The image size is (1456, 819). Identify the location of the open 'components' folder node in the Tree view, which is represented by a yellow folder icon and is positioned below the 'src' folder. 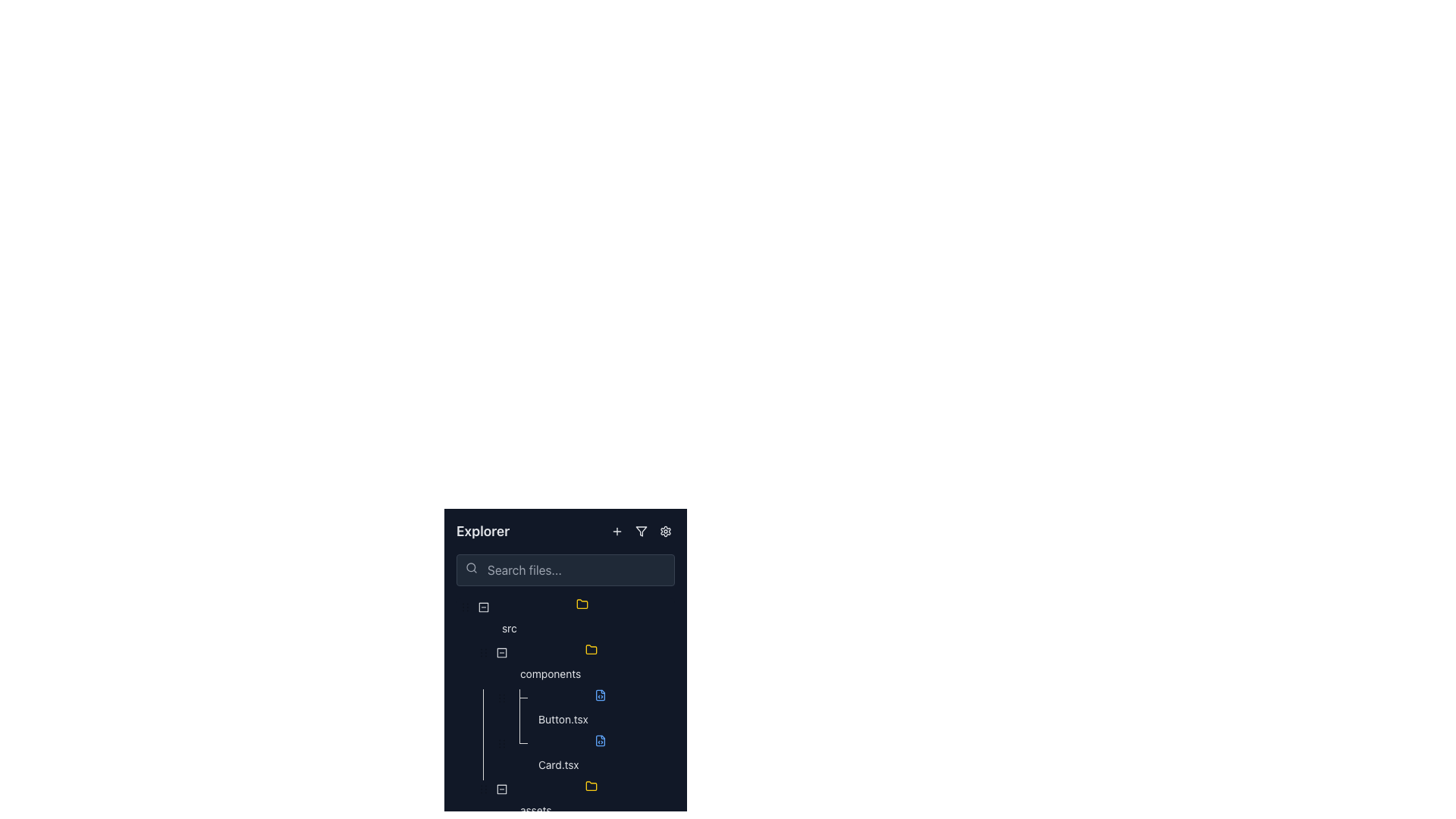
(564, 664).